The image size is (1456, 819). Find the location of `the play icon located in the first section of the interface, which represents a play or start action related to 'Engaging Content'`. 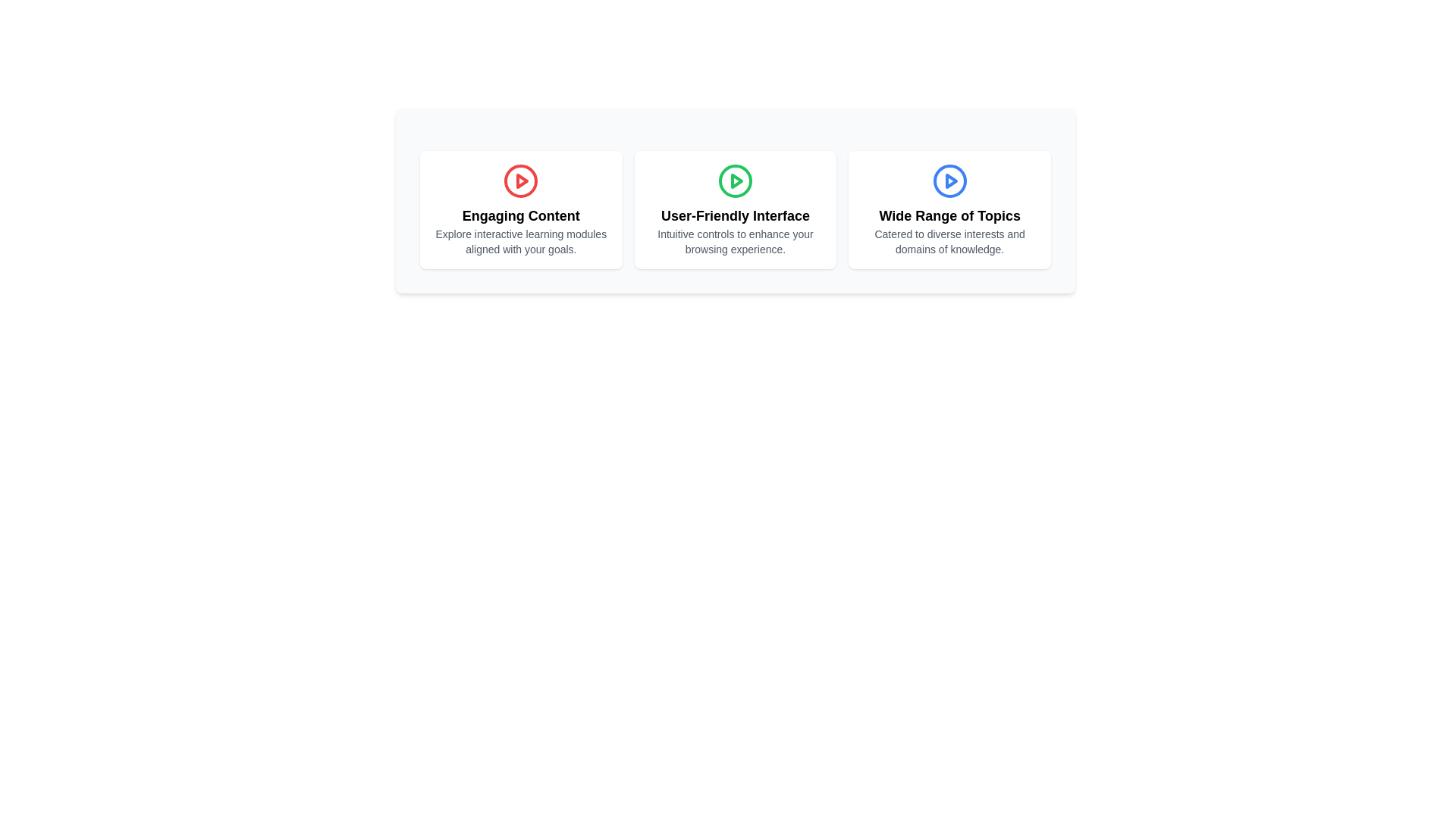

the play icon located in the first section of the interface, which represents a play or start action related to 'Engaging Content' is located at coordinates (522, 180).